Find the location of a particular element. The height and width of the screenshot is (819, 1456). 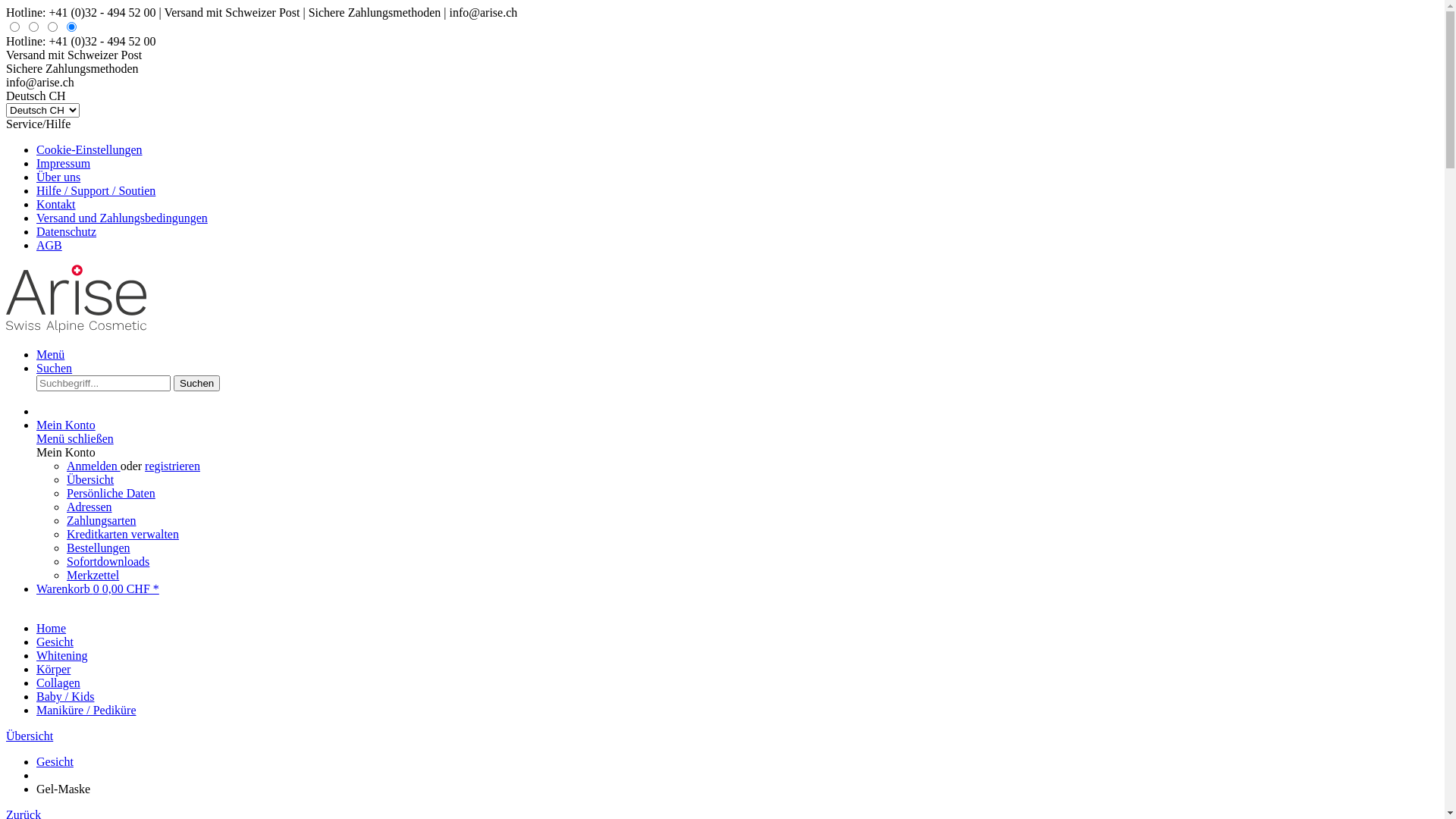

'AGB' is located at coordinates (36, 244).